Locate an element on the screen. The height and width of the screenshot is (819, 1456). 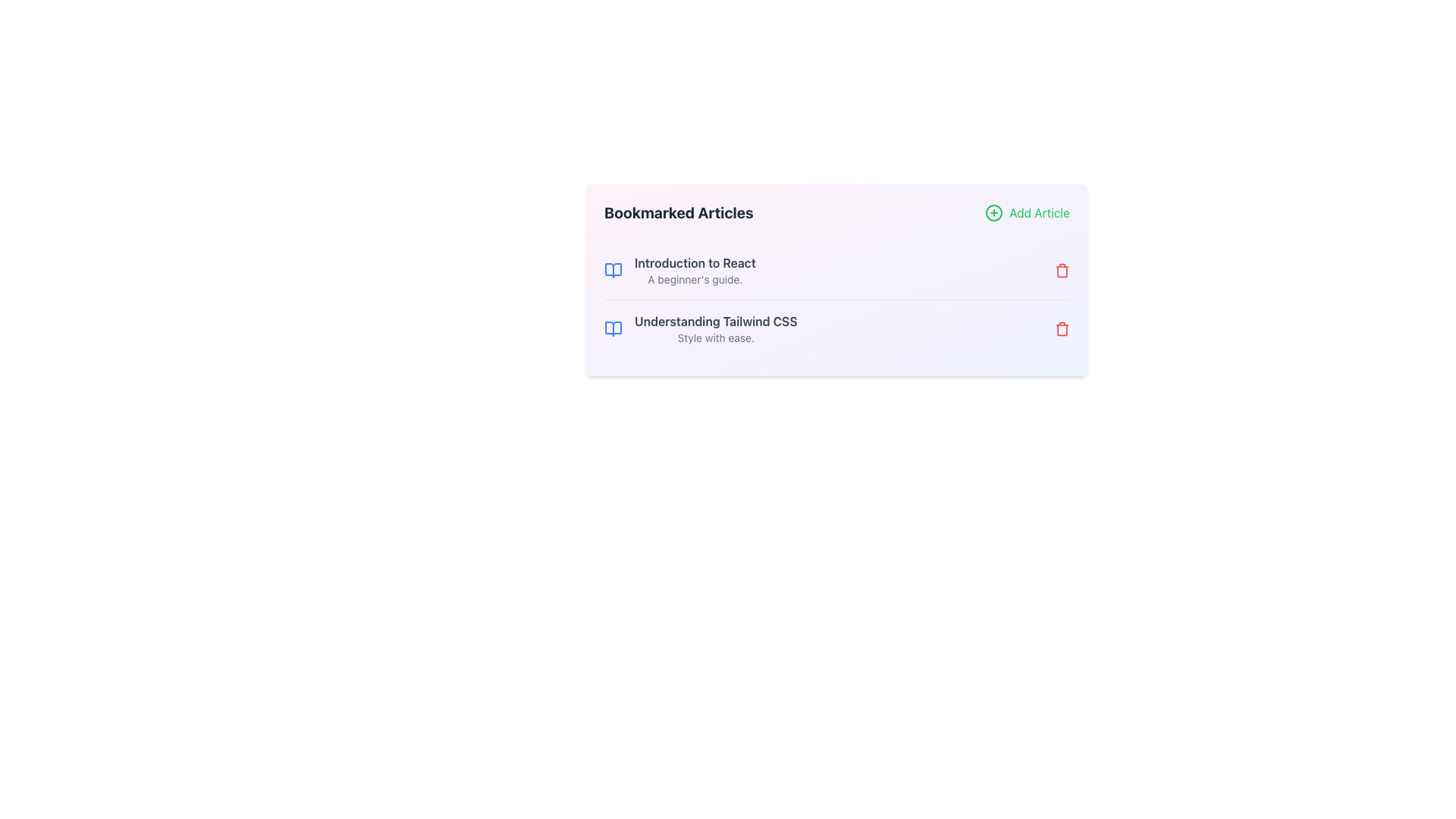
the Text Information Block element that displays 'Understanding Tailwind CSS' and 'Style with ease', located under the 'Bookmarked Articles' heading is located at coordinates (715, 328).